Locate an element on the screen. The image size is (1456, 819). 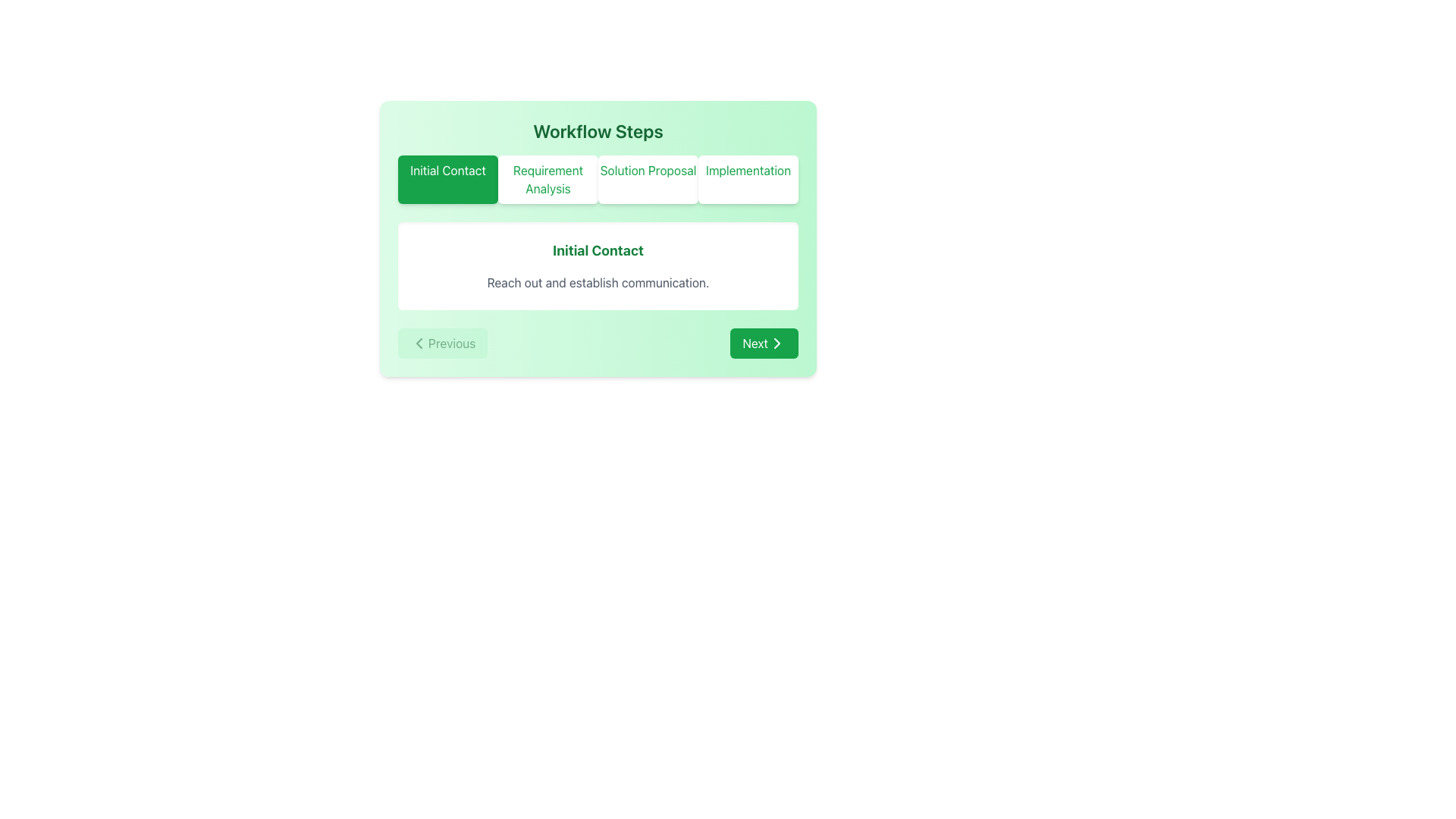
the Informational panel that describes the workflow step 'Initial Contact' positioned below the interactive buttons and above the 'Previous' and 'Next' buttons is located at coordinates (597, 265).